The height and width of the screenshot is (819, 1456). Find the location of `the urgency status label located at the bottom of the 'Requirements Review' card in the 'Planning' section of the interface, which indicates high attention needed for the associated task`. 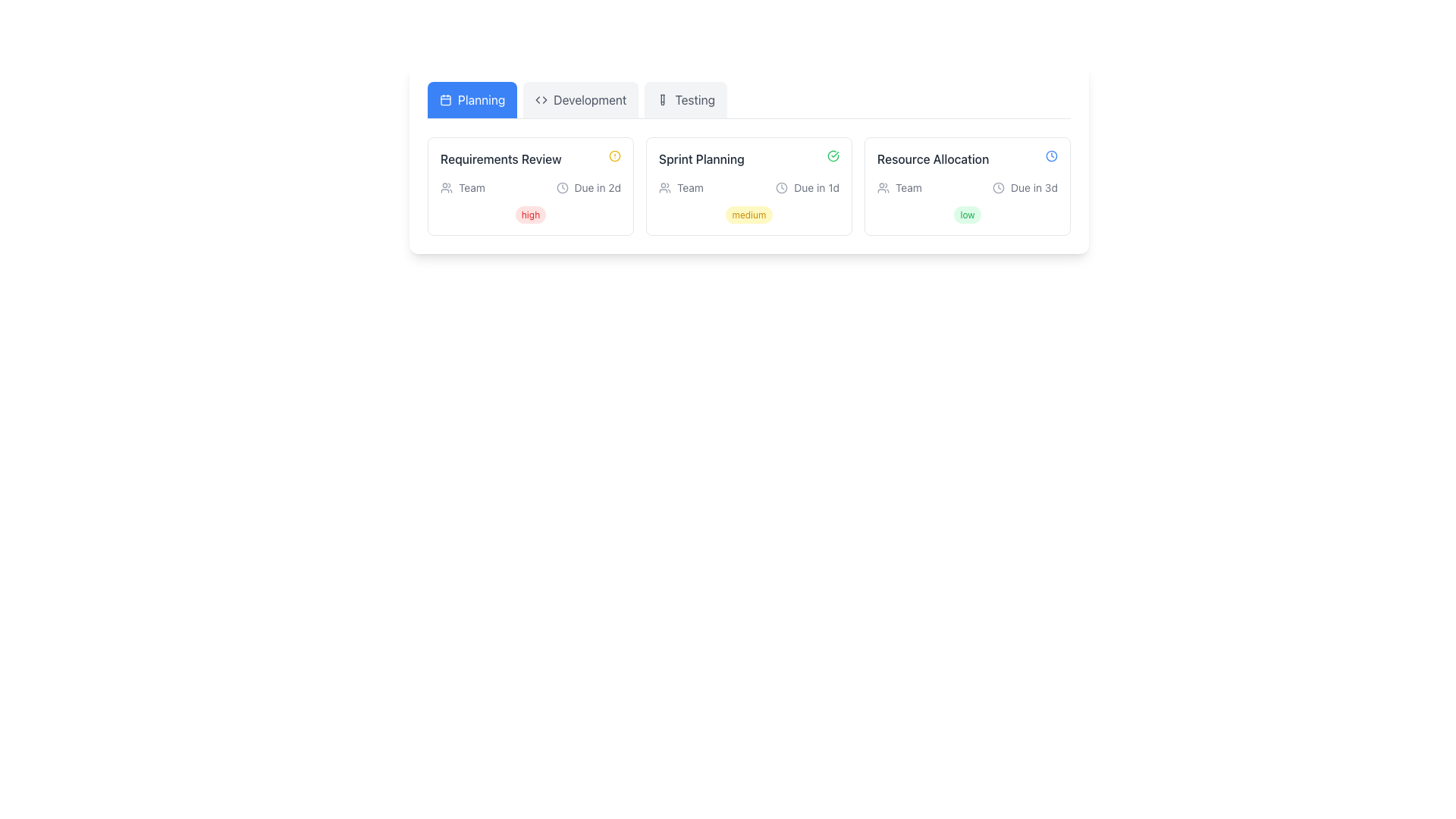

the urgency status label located at the bottom of the 'Requirements Review' card in the 'Planning' section of the interface, which indicates high attention needed for the associated task is located at coordinates (531, 213).